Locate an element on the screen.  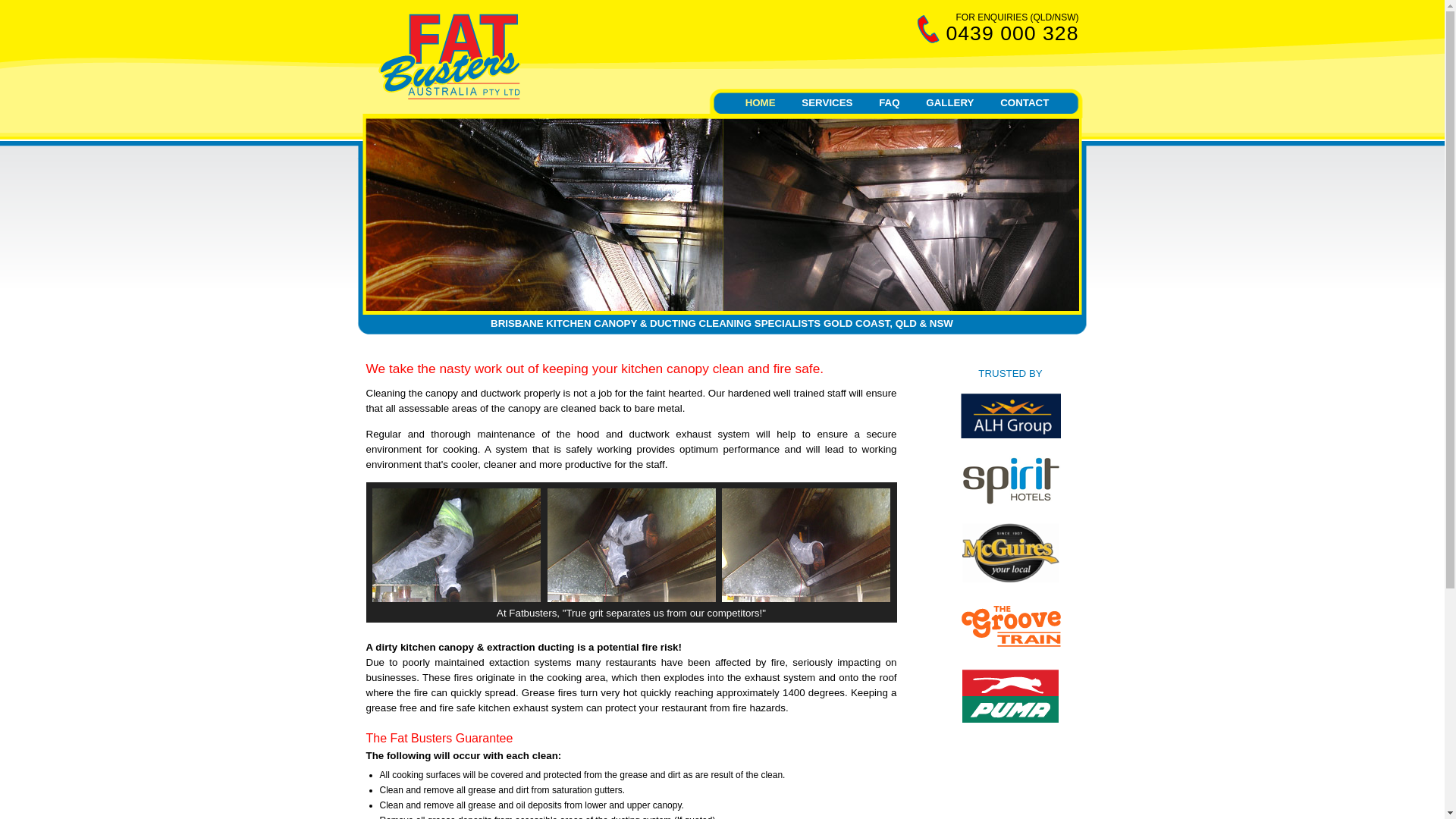
'FAQ' is located at coordinates (889, 102).